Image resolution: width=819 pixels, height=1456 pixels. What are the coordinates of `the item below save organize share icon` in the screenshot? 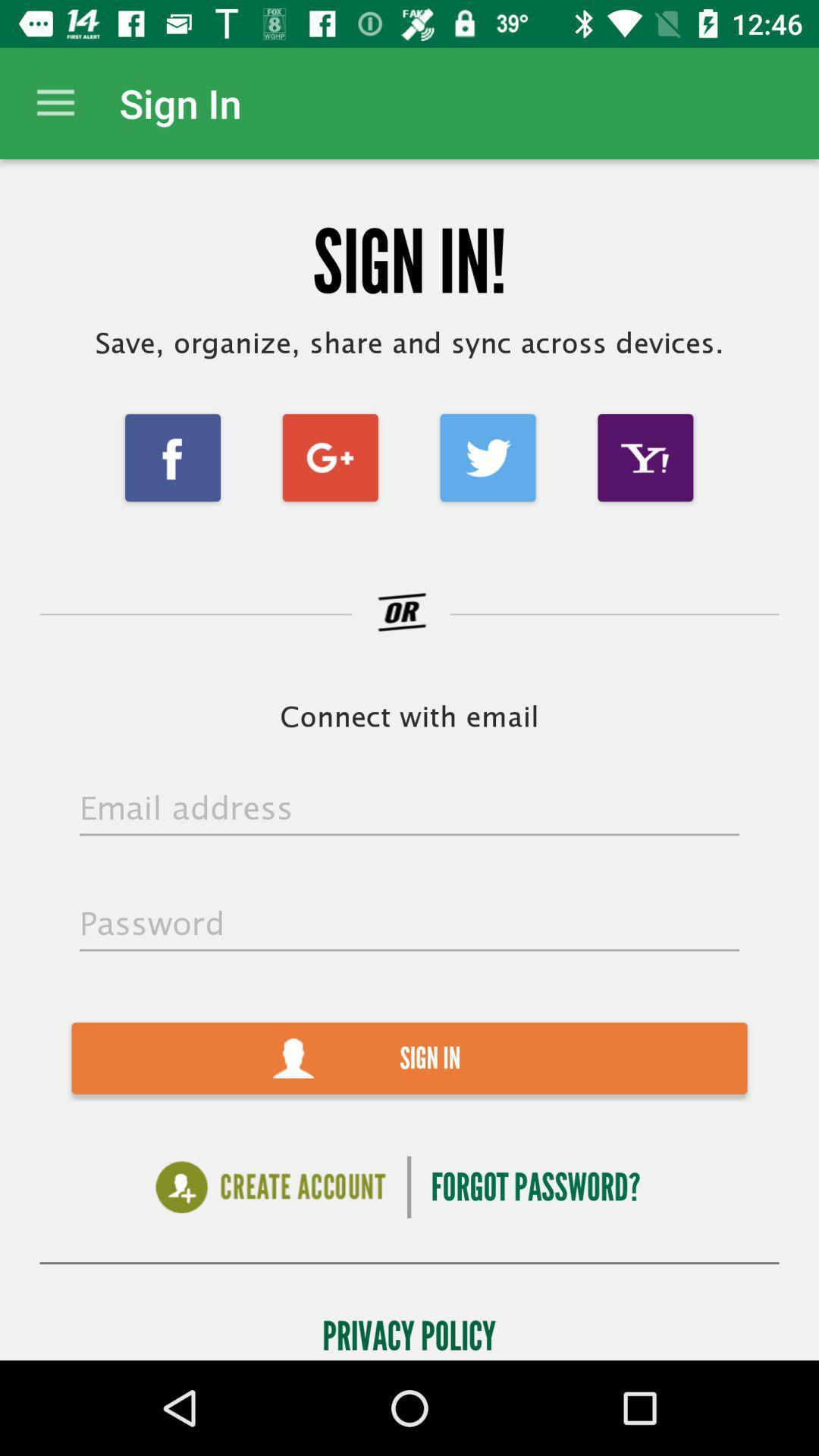 It's located at (645, 457).